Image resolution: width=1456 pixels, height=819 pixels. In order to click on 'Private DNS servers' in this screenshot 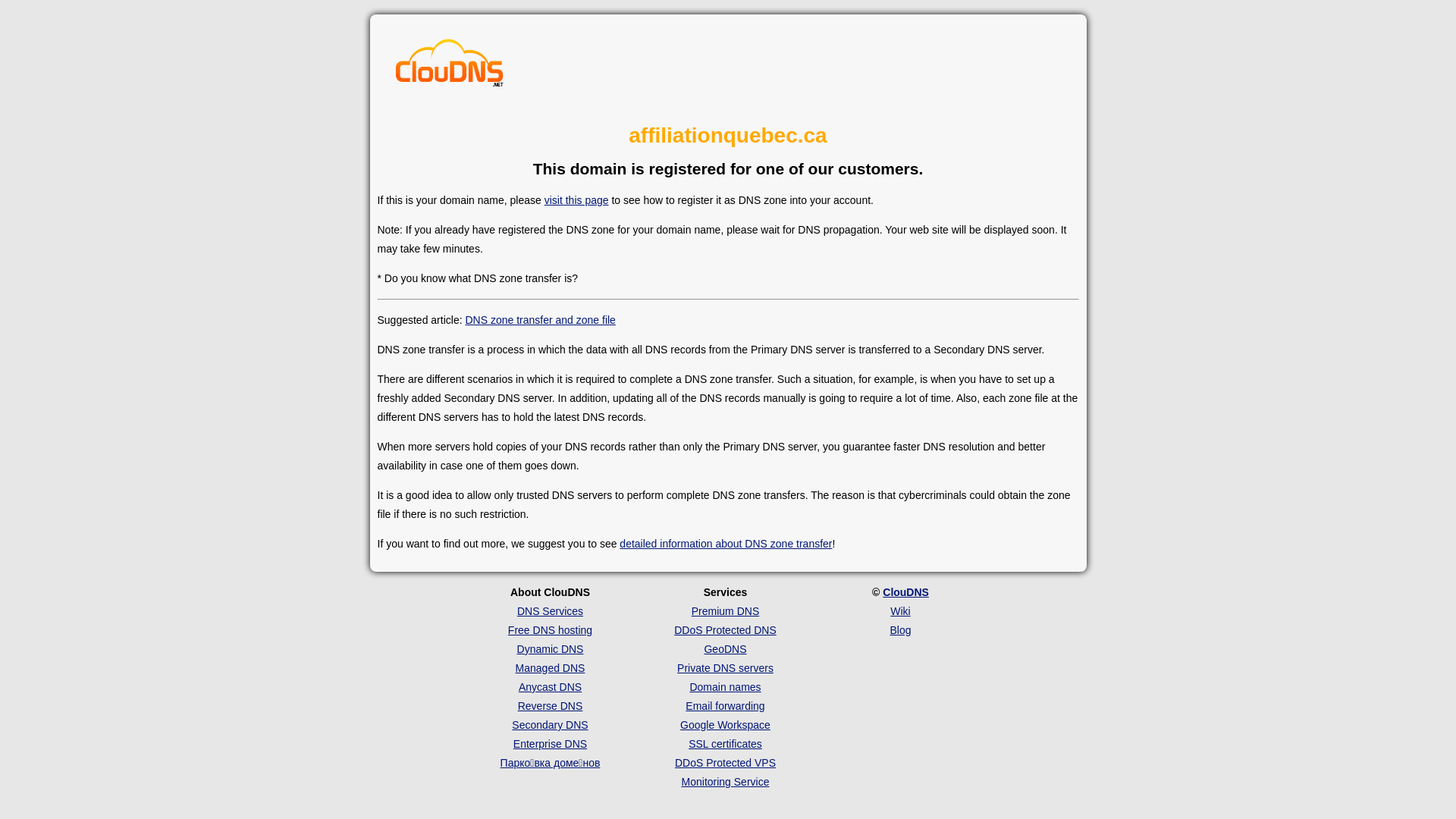, I will do `click(724, 667)`.